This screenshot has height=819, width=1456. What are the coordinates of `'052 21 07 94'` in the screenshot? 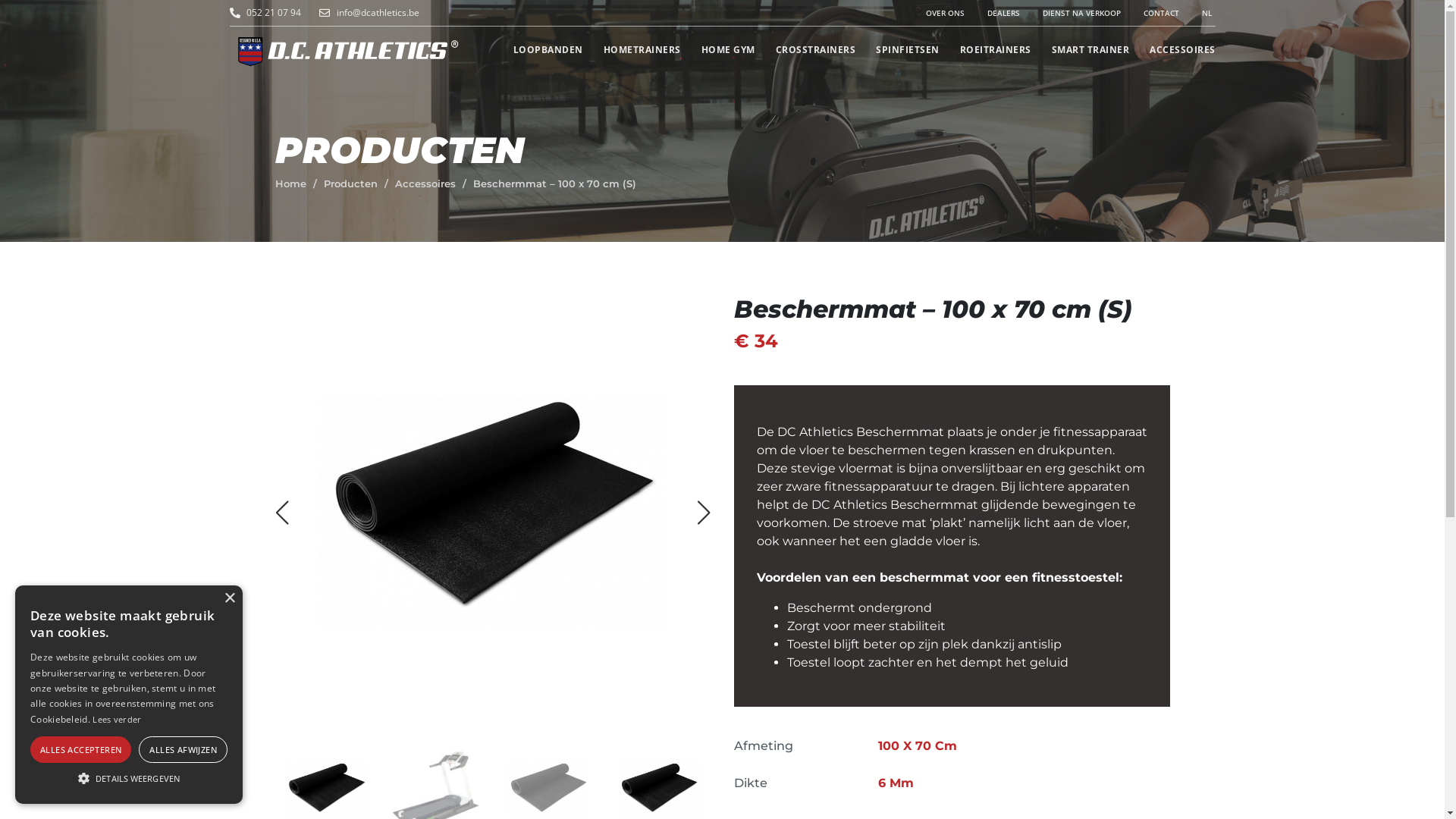 It's located at (274, 12).